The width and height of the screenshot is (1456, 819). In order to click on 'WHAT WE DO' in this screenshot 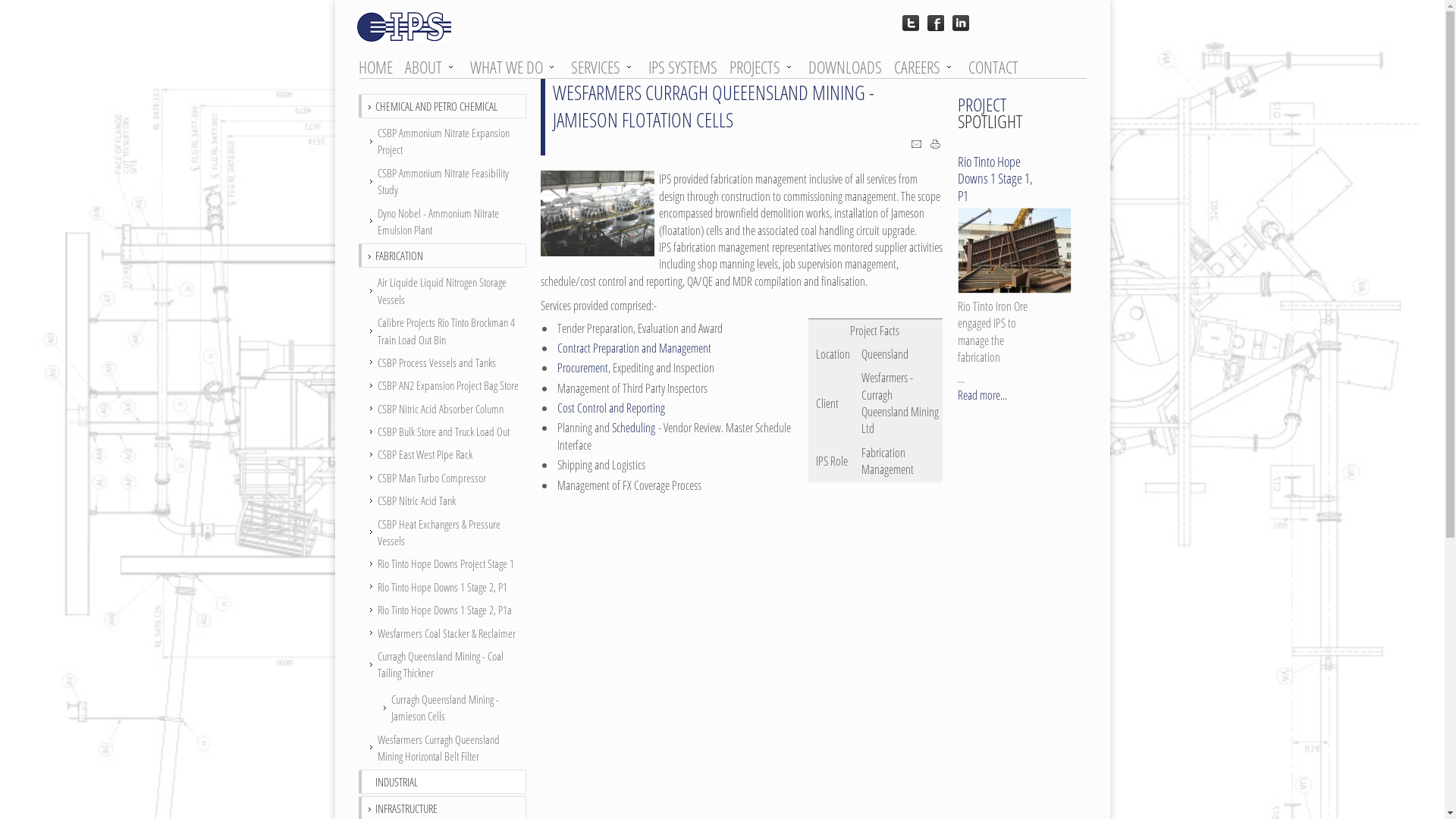, I will do `click(513, 66)`.